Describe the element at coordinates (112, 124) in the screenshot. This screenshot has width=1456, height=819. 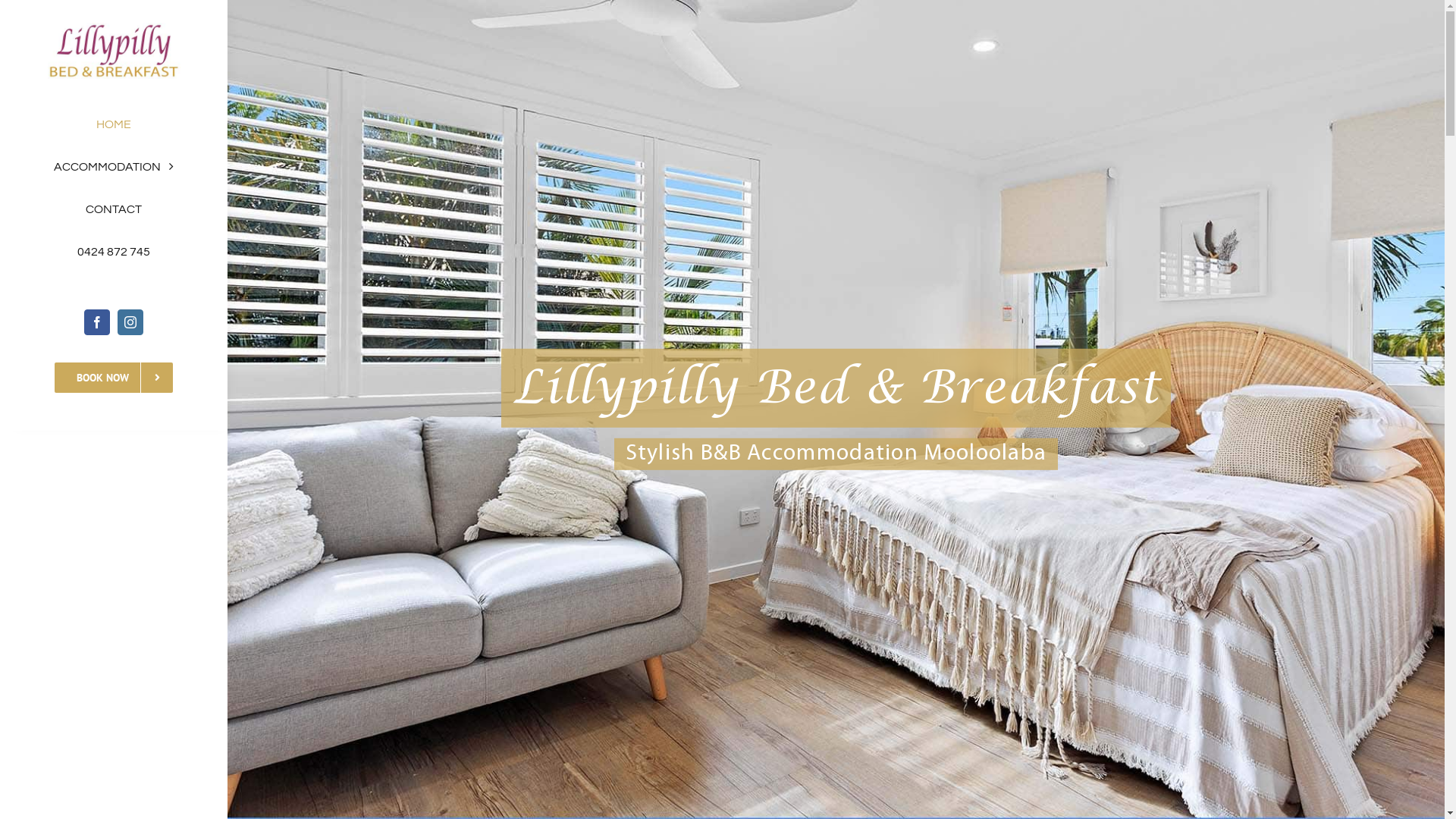
I see `'HOME'` at that location.